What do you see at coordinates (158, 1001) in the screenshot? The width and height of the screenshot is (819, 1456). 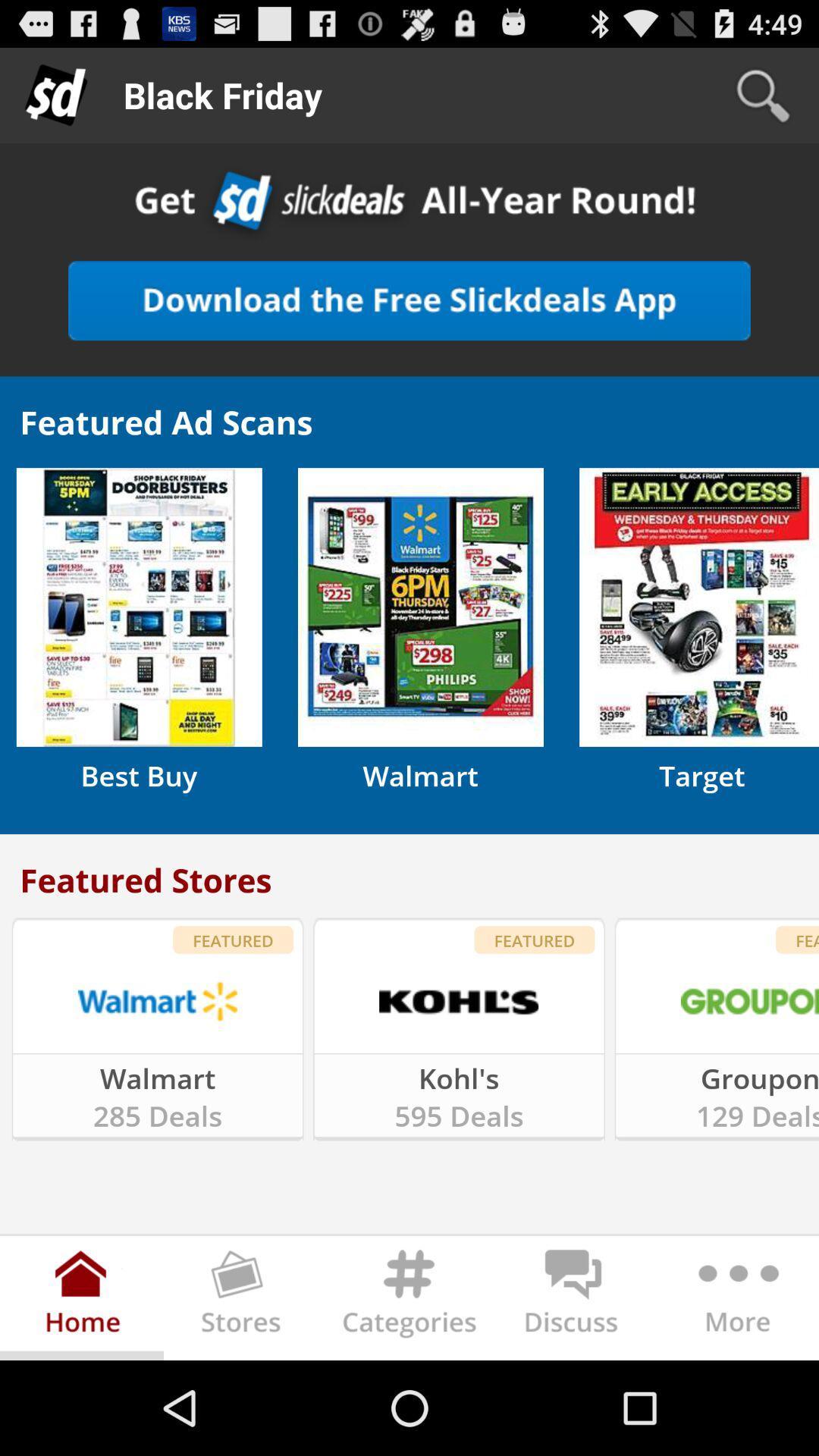 I see `wallmart which is below featured stores` at bounding box center [158, 1001].